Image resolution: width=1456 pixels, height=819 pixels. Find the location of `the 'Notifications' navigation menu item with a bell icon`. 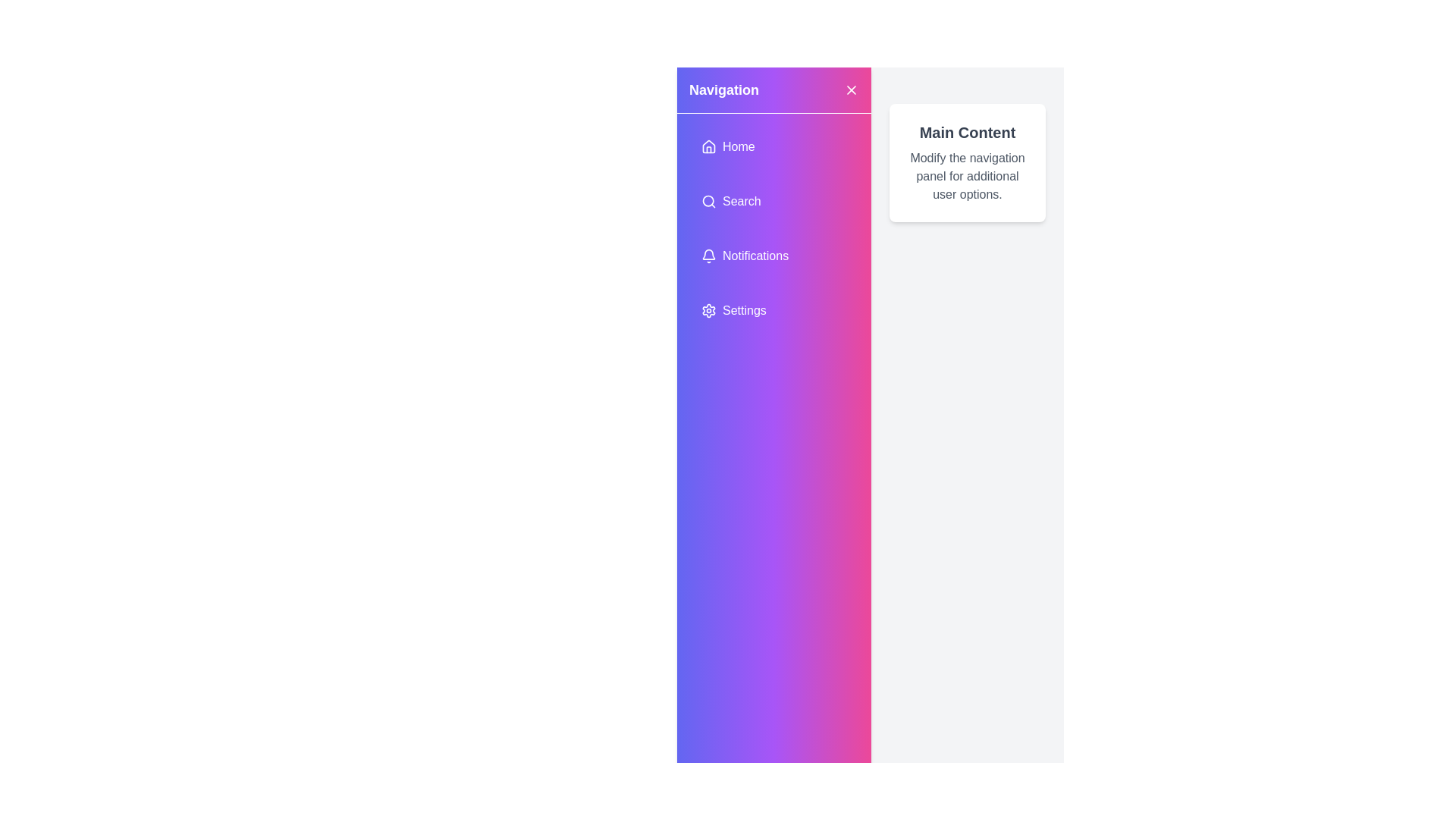

the 'Notifications' navigation menu item with a bell icon is located at coordinates (745, 256).